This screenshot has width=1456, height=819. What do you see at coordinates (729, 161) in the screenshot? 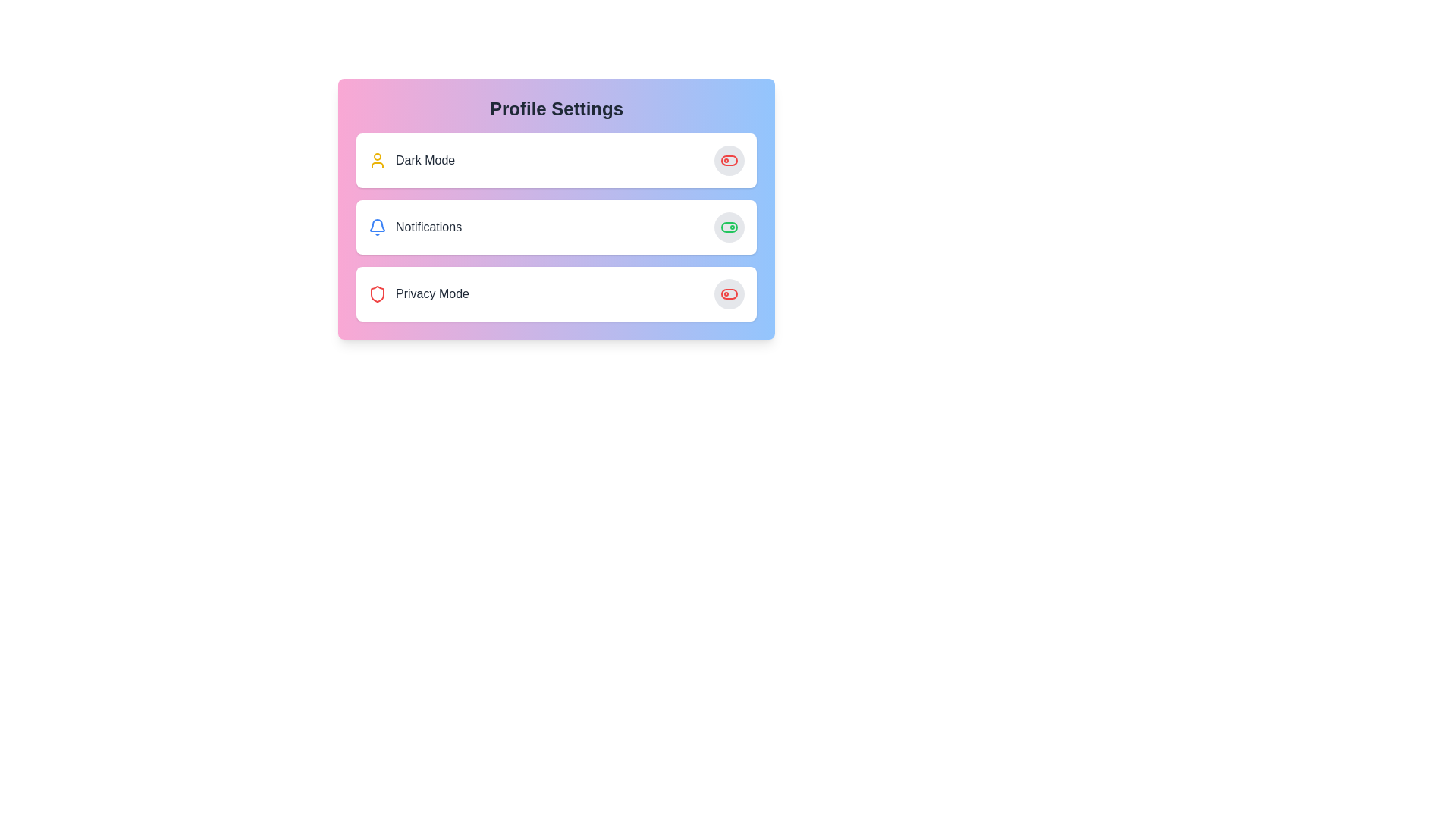
I see `the toggle switch for 'dark Mode' in the 'Profile Settings' section` at bounding box center [729, 161].